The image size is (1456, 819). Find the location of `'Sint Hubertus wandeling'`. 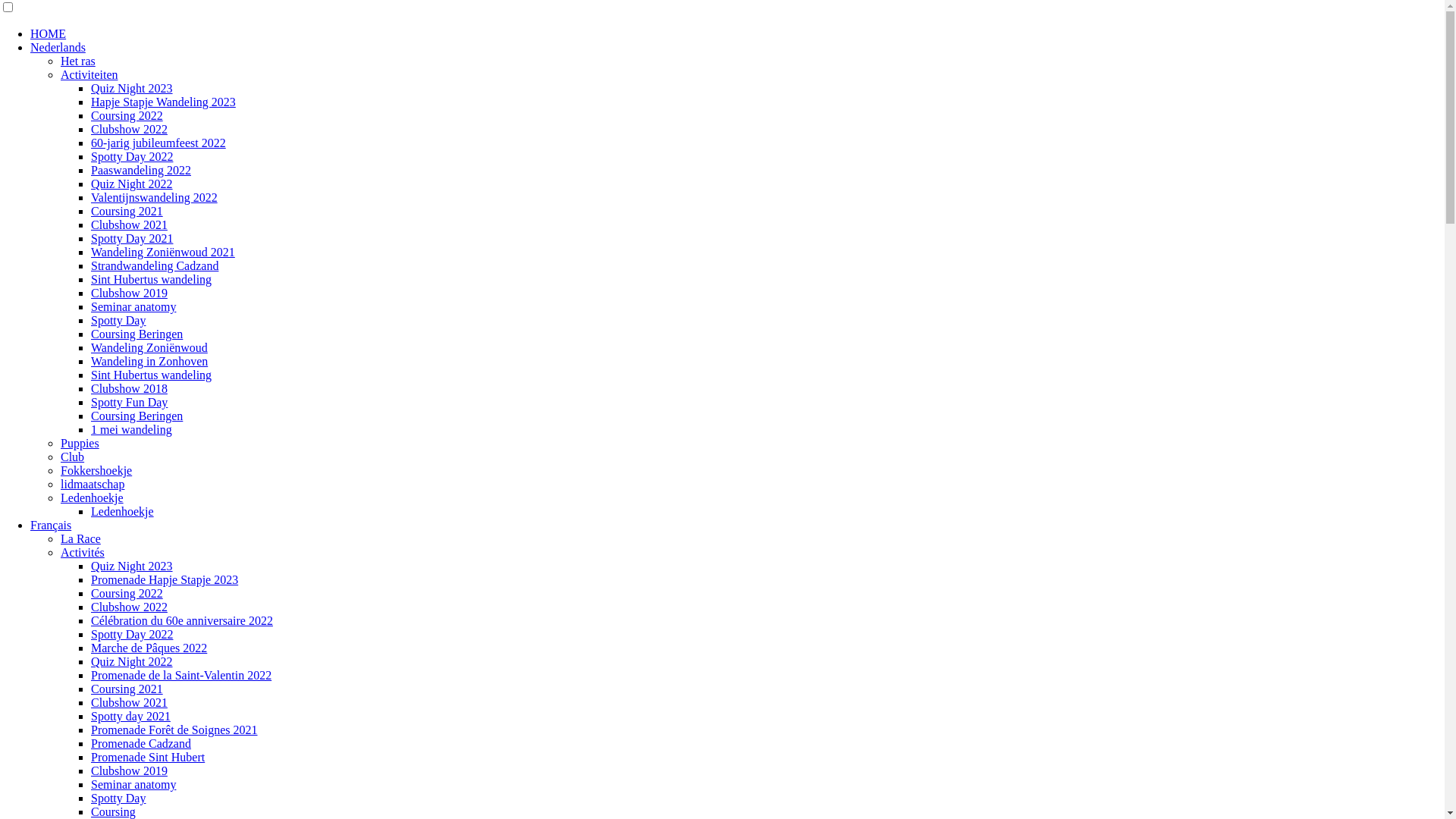

'Sint Hubertus wandeling' is located at coordinates (151, 375).